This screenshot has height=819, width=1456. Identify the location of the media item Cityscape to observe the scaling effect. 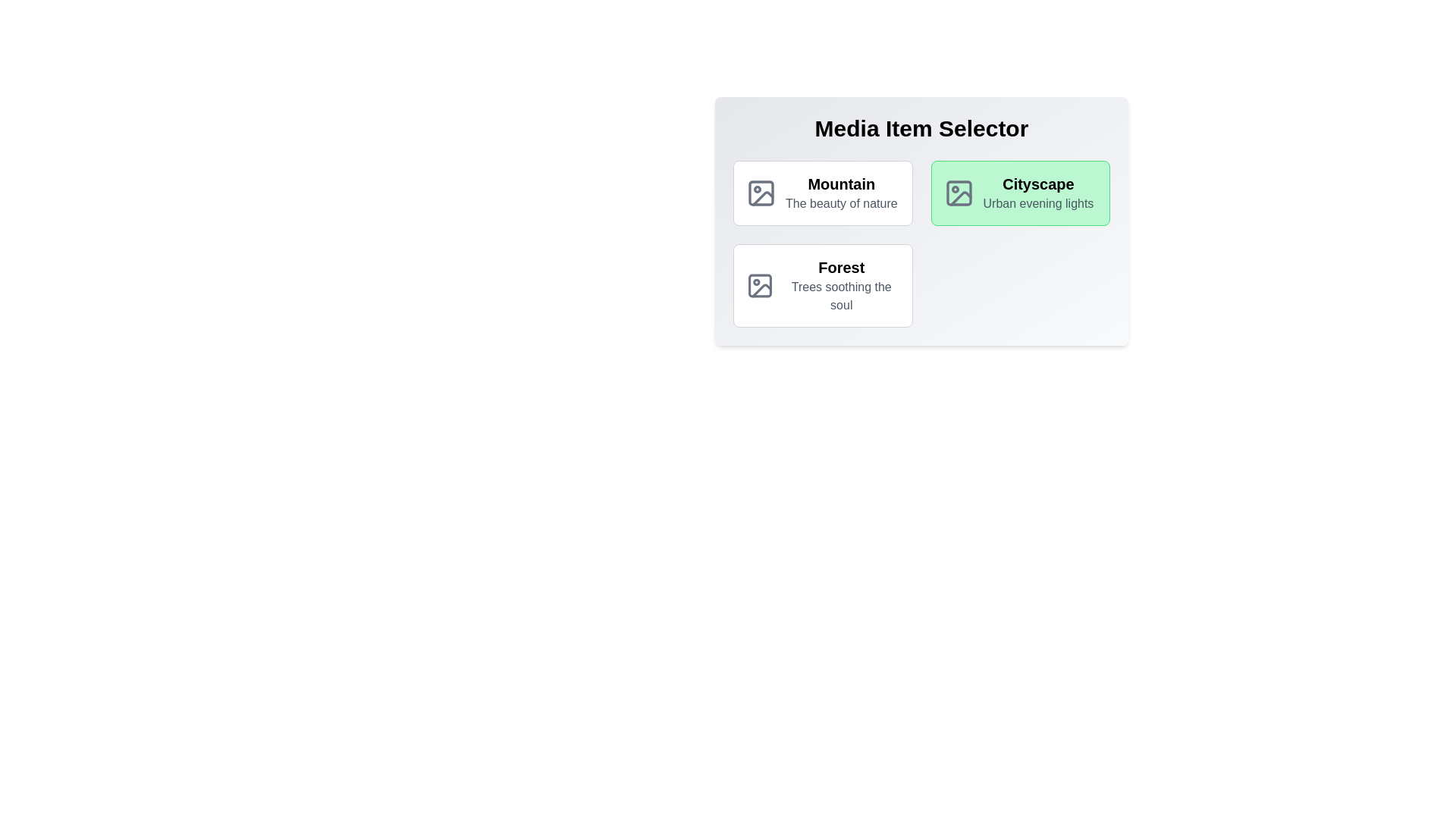
(1020, 192).